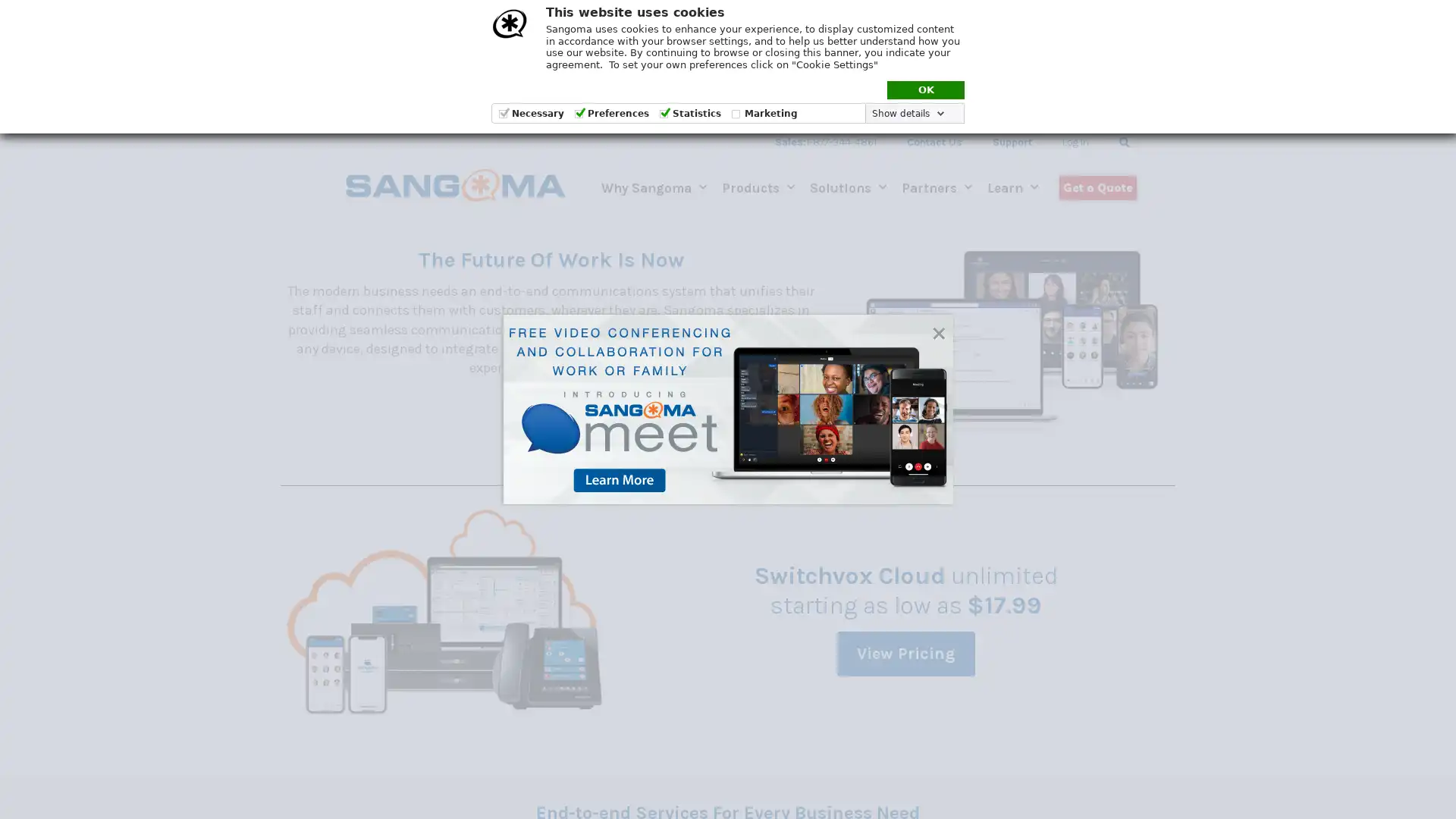 The height and width of the screenshot is (819, 1456). What do you see at coordinates (1098, 186) in the screenshot?
I see `Get a Quote` at bounding box center [1098, 186].